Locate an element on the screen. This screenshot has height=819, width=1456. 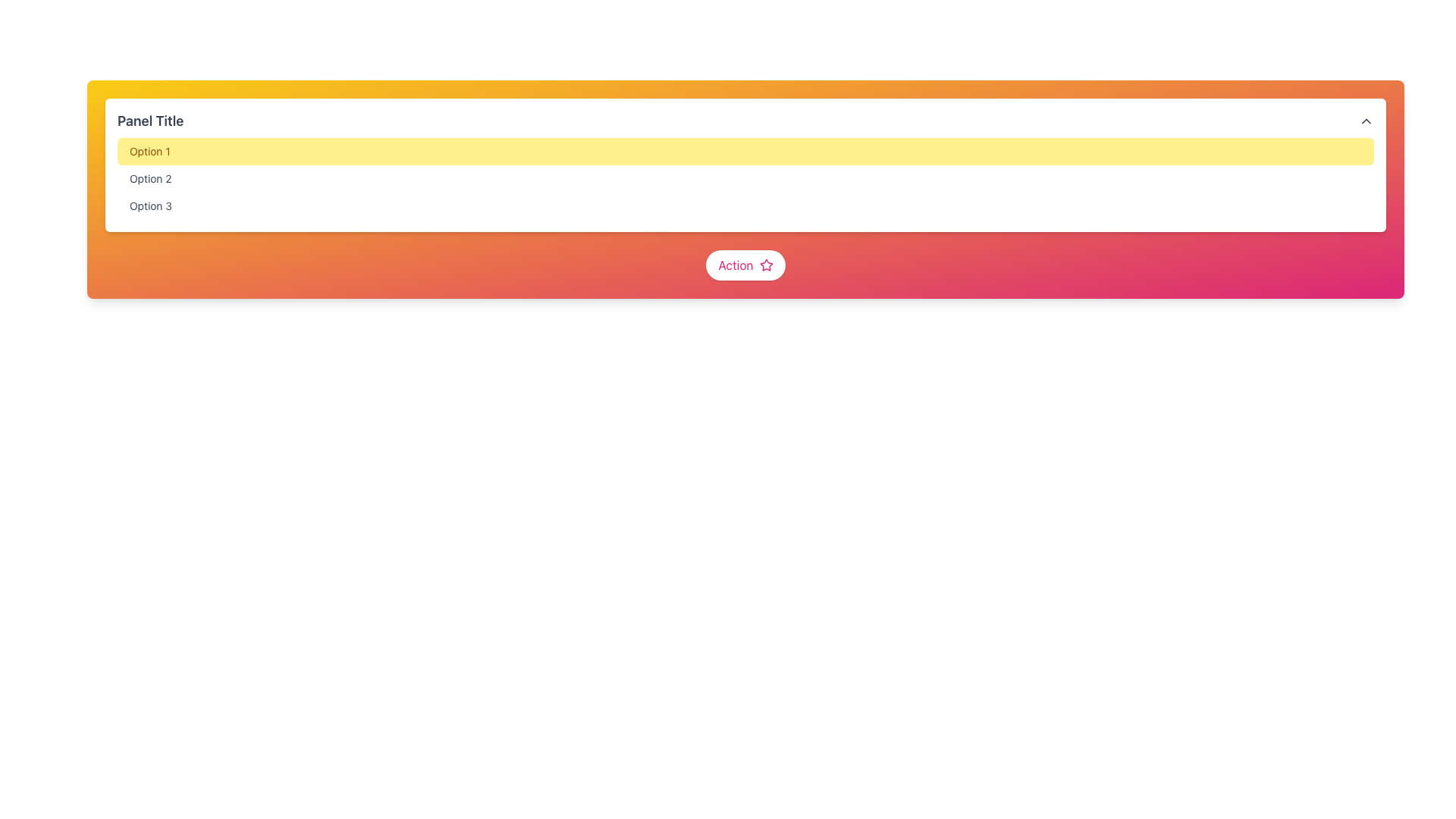
the Text Element that serves as the title of the collapsible panel, positioned at the top-left adjacent is located at coordinates (150, 120).